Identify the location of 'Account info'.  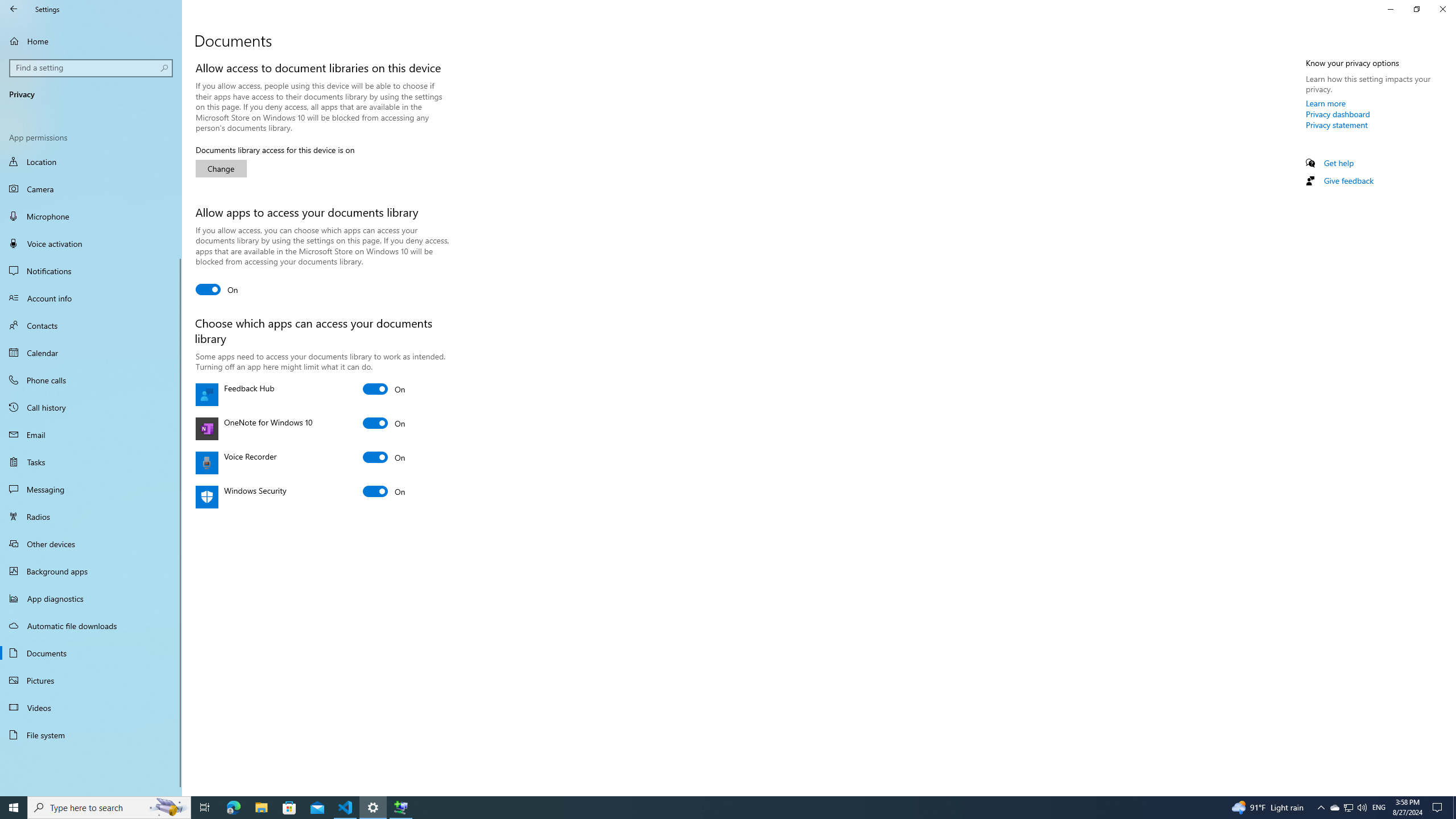
(90, 298).